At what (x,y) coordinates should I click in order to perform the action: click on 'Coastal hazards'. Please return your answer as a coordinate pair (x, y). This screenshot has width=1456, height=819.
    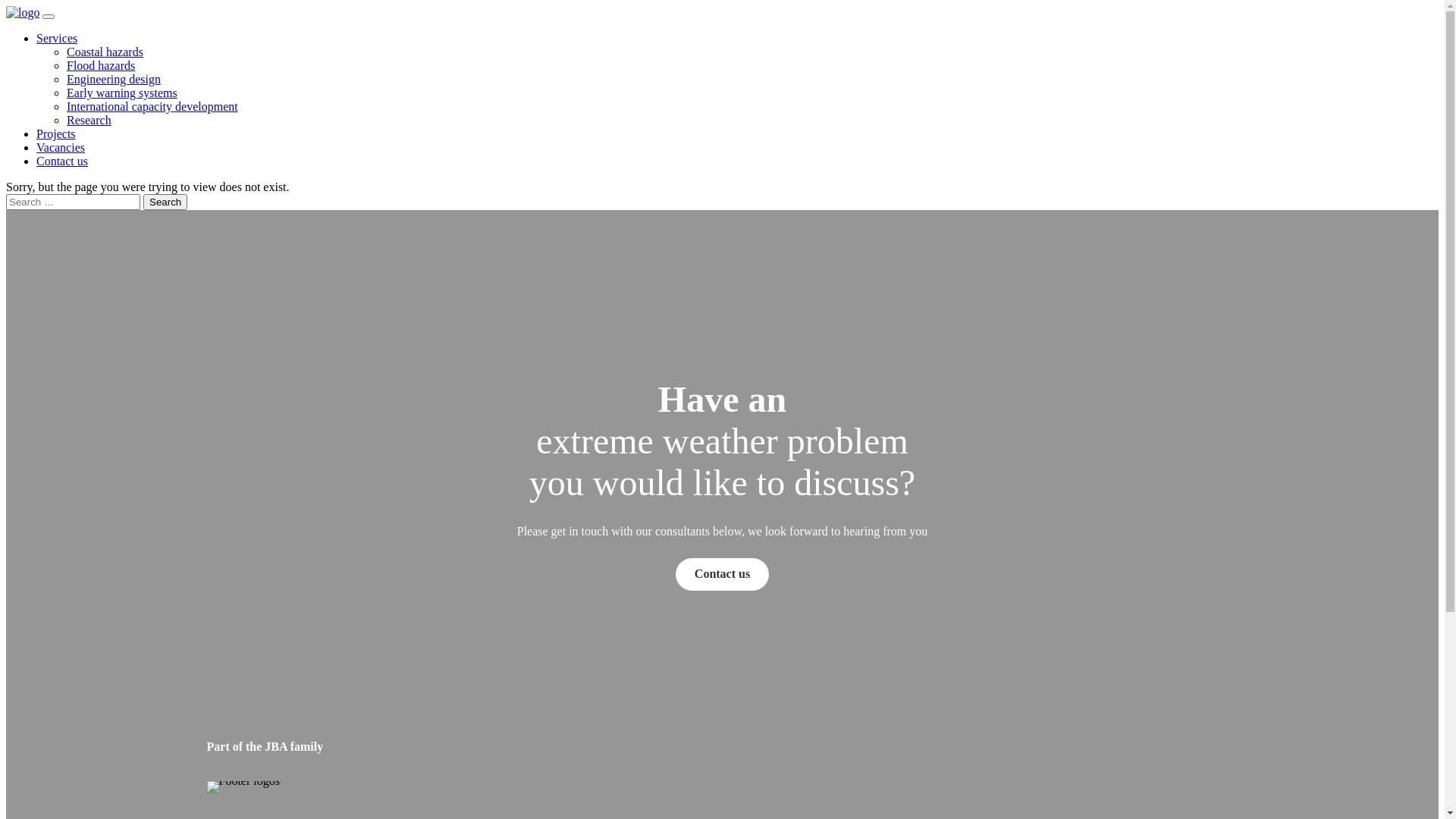
    Looking at the image, I should click on (104, 51).